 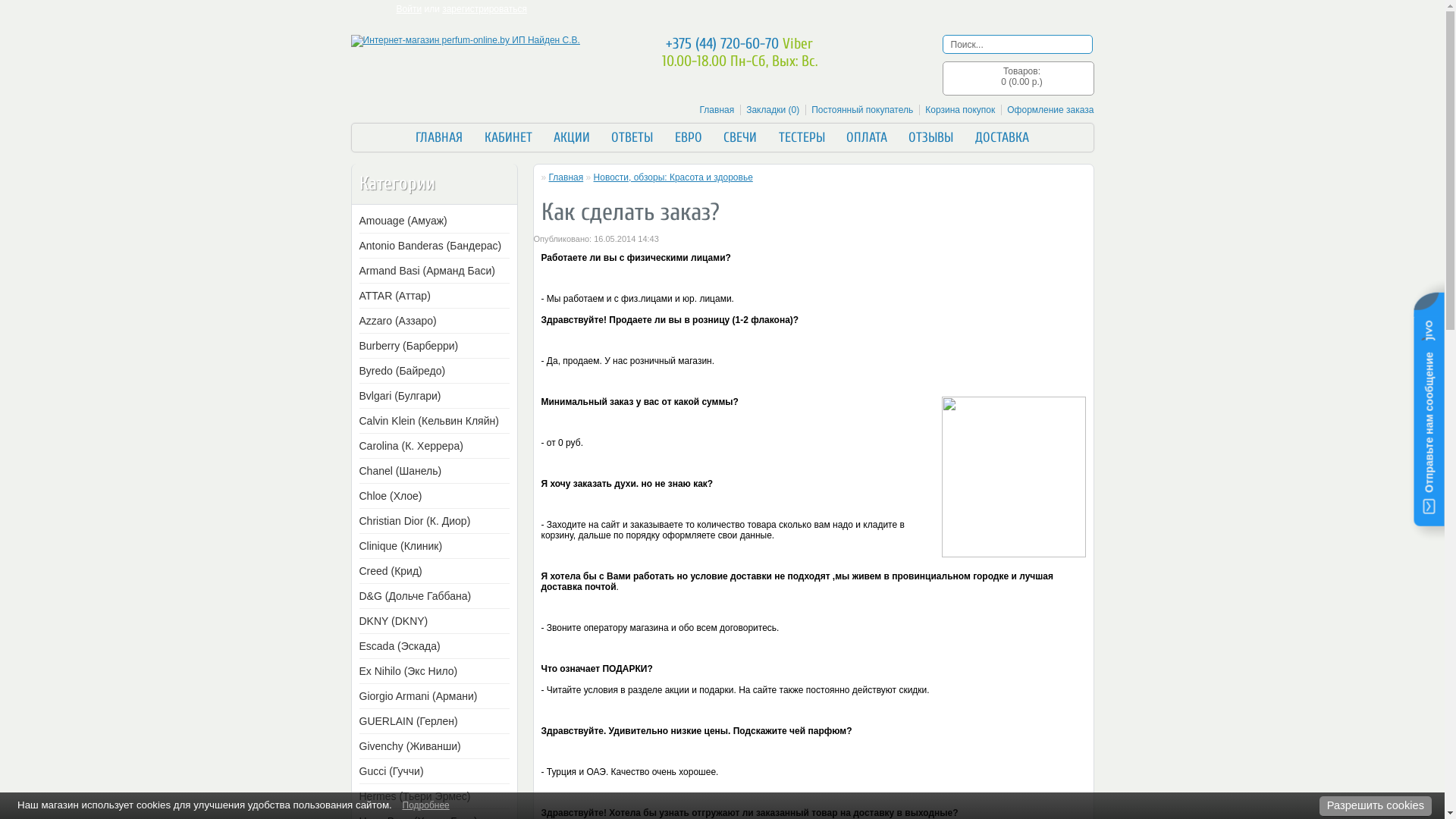 What do you see at coordinates (431, 620) in the screenshot?
I see `'DKNY (DKNY)'` at bounding box center [431, 620].